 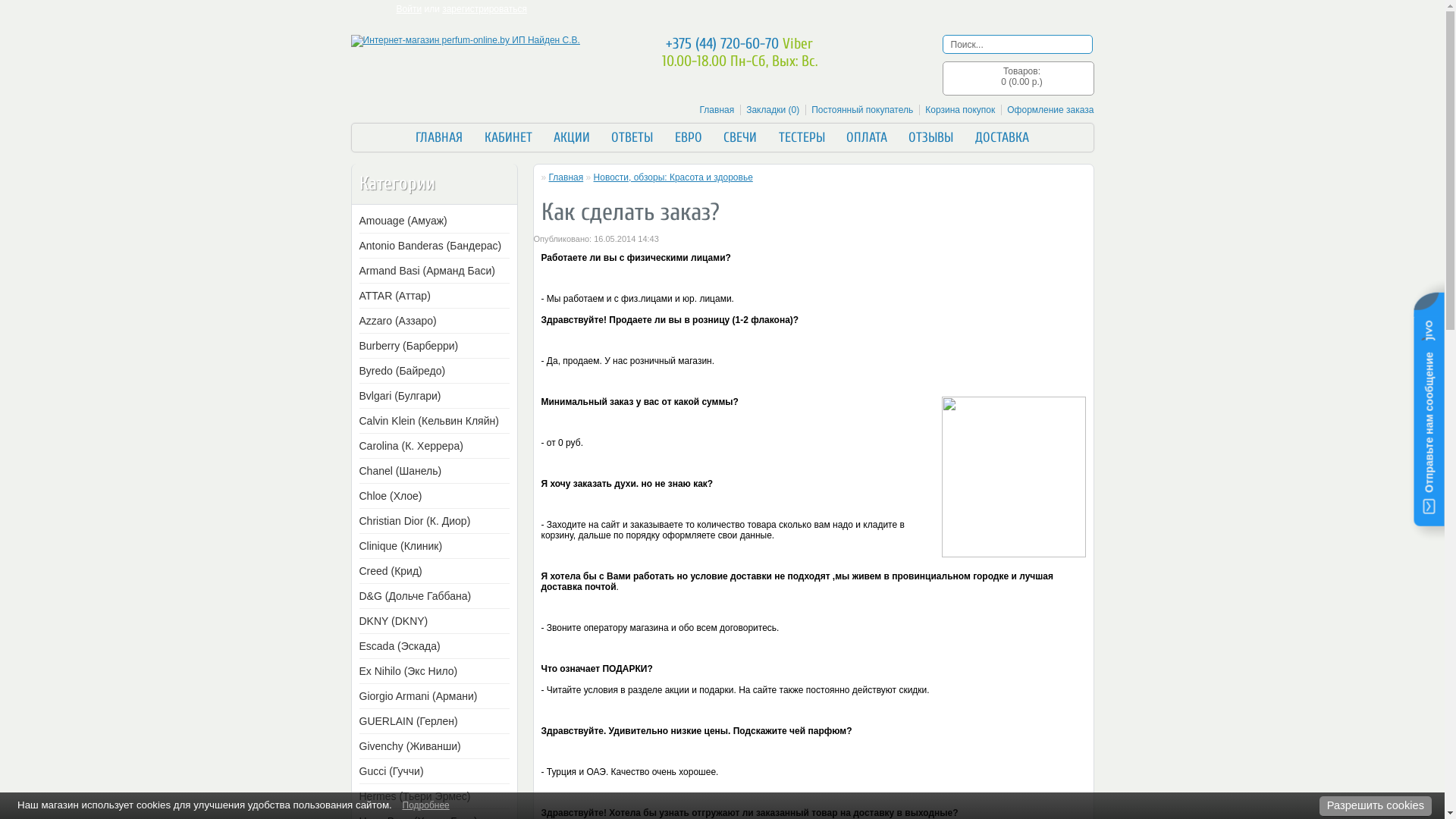 What do you see at coordinates (431, 620) in the screenshot?
I see `'DKNY (DKNY)'` at bounding box center [431, 620].